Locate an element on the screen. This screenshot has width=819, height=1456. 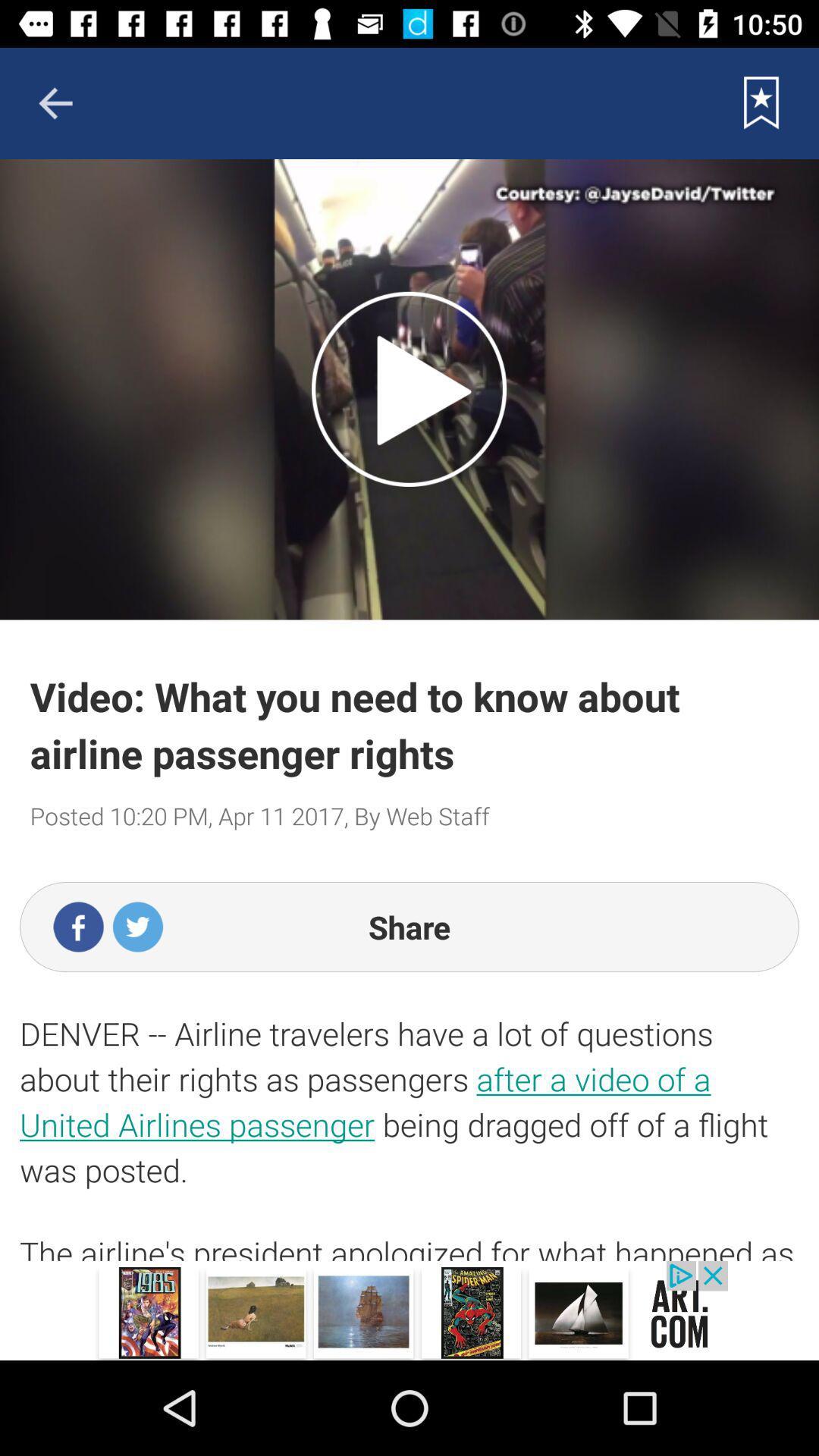
the app is located at coordinates (409, 1310).